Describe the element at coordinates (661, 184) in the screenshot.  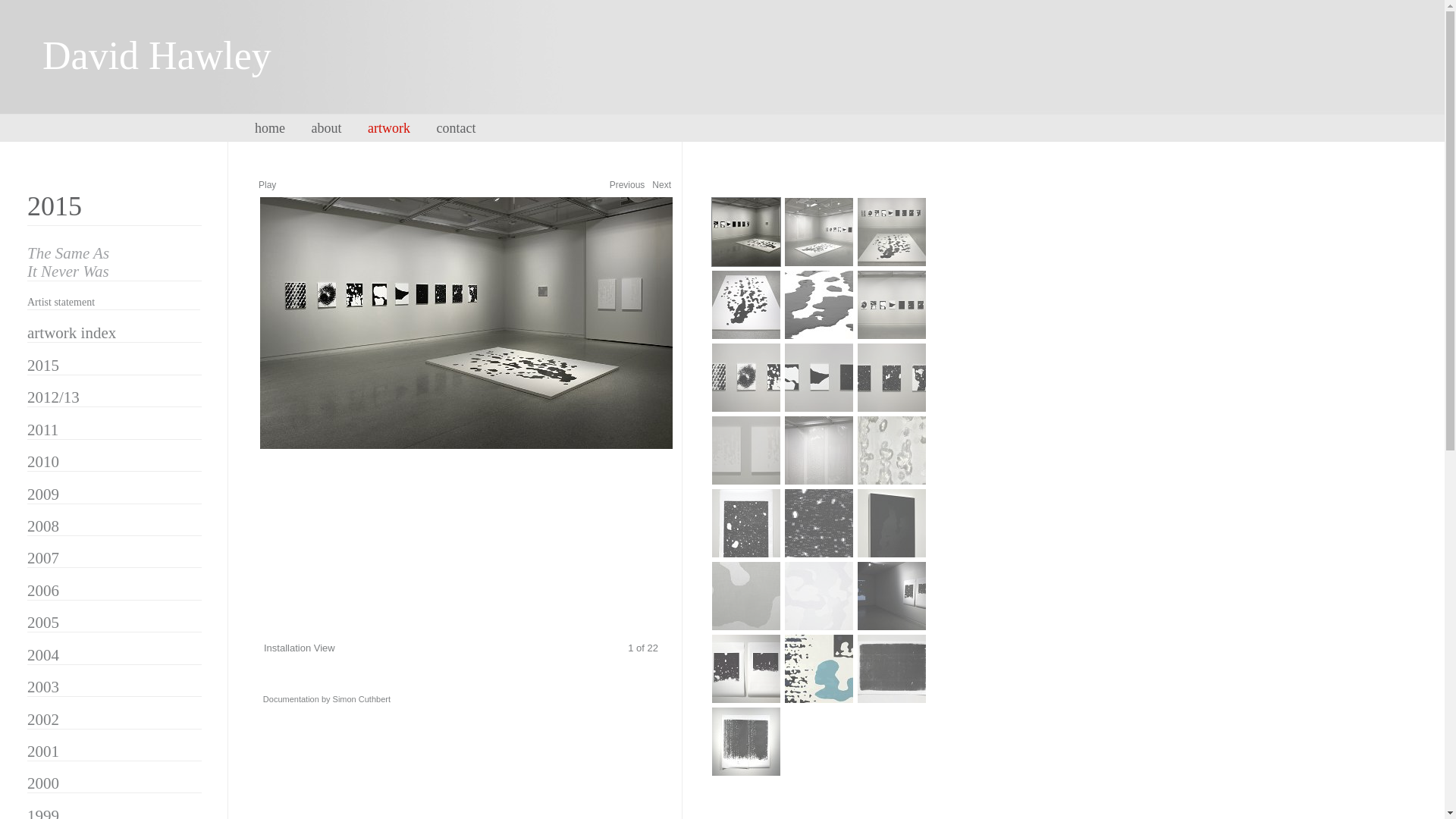
I see `'Next'` at that location.